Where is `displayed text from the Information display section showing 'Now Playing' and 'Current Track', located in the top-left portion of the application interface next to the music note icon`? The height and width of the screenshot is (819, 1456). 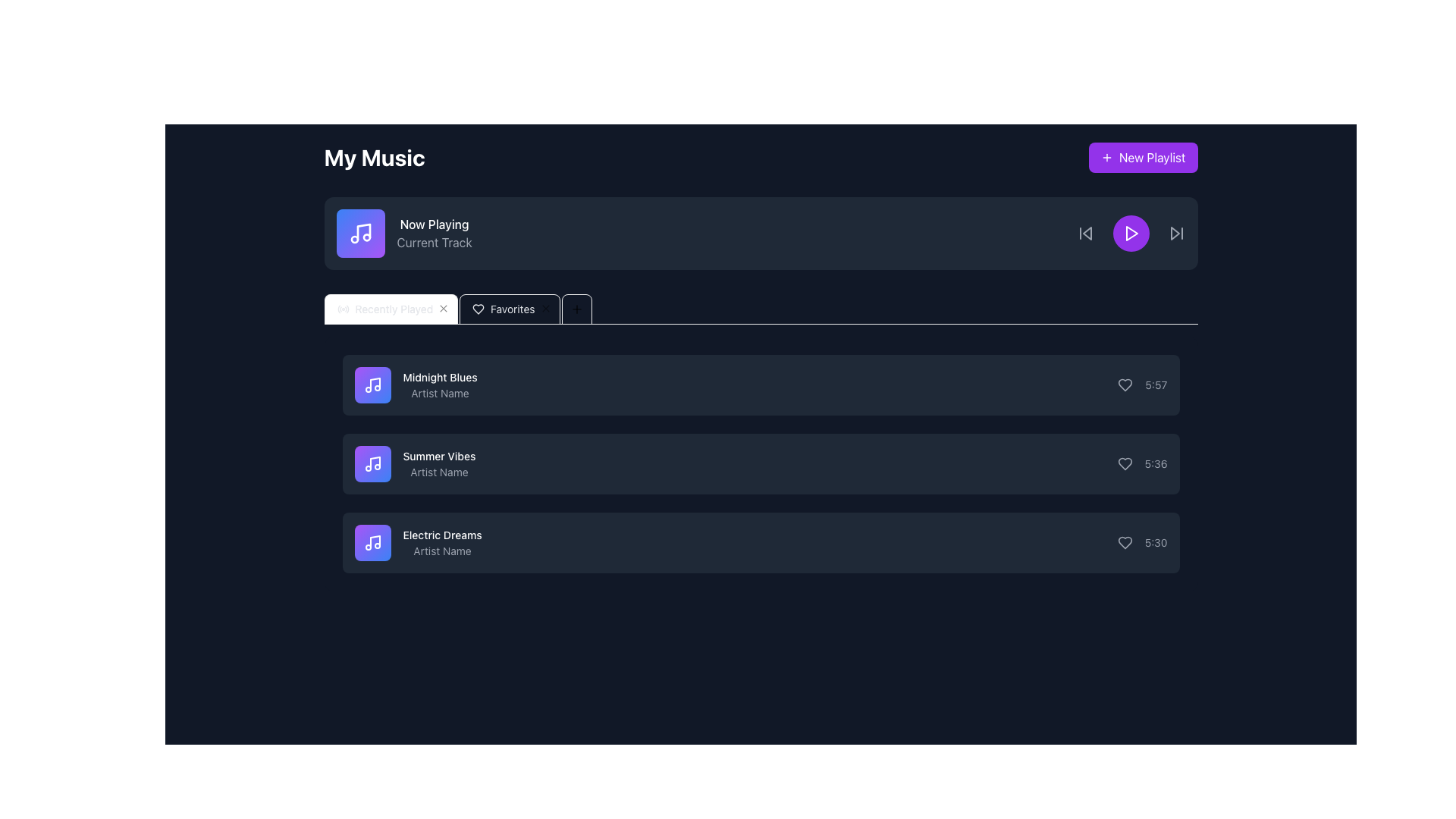
displayed text from the Information display section showing 'Now Playing' and 'Current Track', located in the top-left portion of the application interface next to the music note icon is located at coordinates (403, 234).